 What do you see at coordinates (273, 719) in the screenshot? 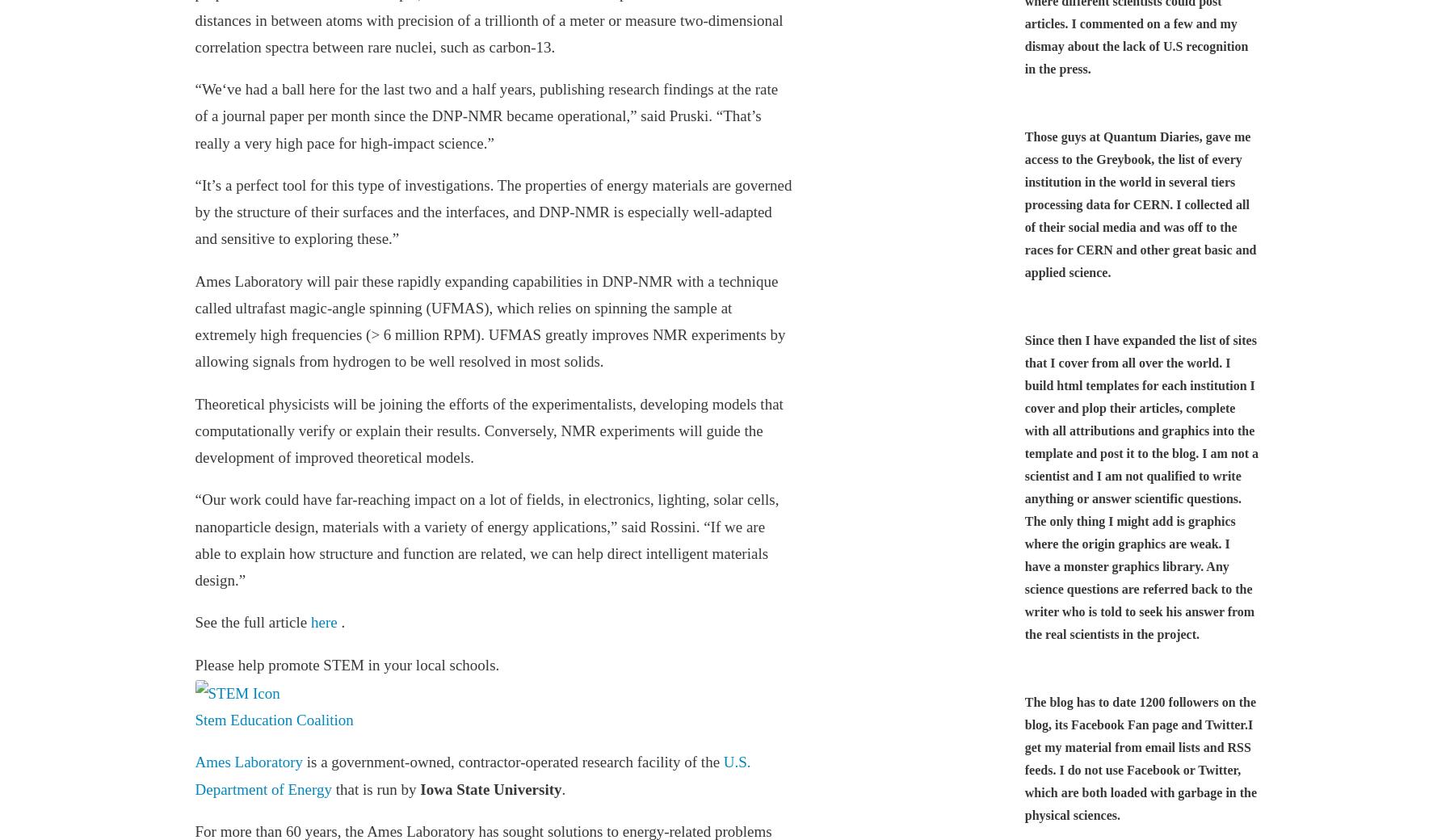
I see `'Stem Education Coalition'` at bounding box center [273, 719].